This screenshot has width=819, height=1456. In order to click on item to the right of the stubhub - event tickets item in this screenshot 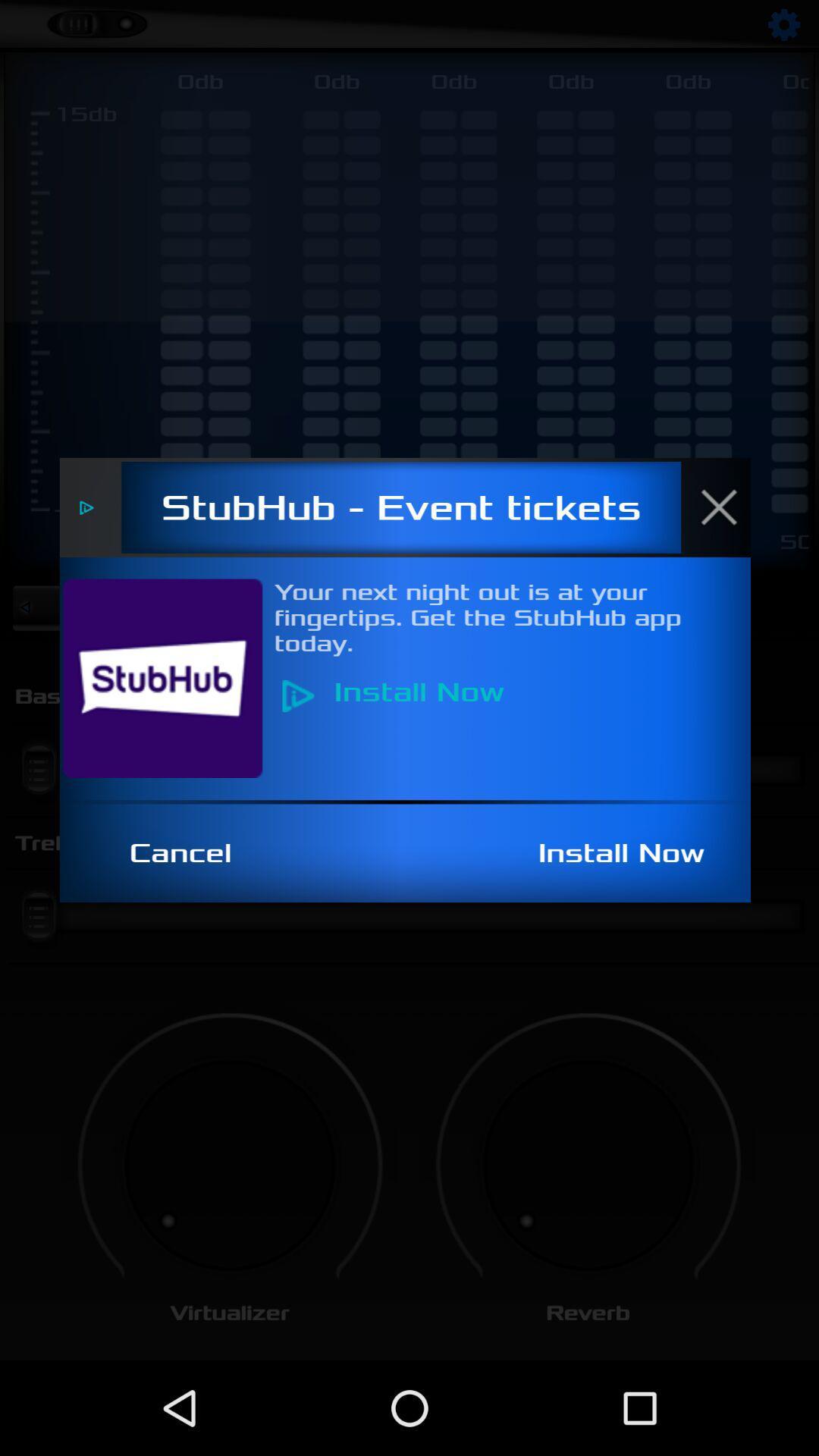, I will do `click(726, 507)`.